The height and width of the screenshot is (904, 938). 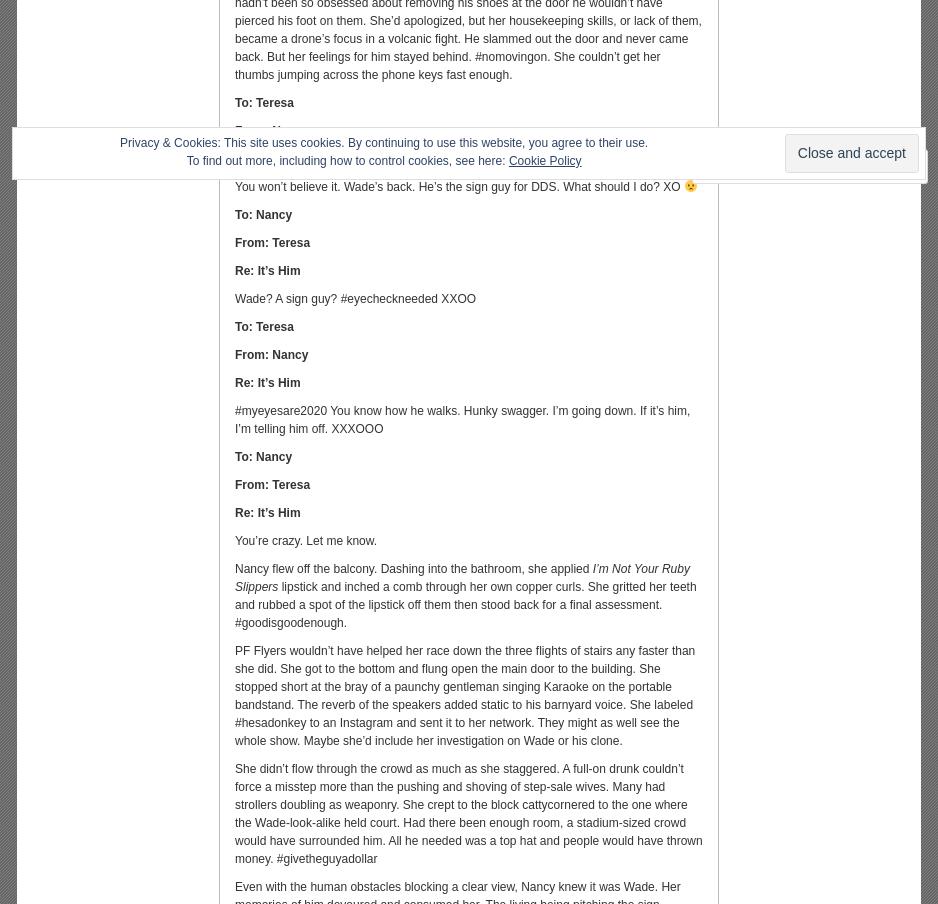 What do you see at coordinates (413, 567) in the screenshot?
I see `'Nancy flew off the balcony. Dashing into the bathroom, she applied'` at bounding box center [413, 567].